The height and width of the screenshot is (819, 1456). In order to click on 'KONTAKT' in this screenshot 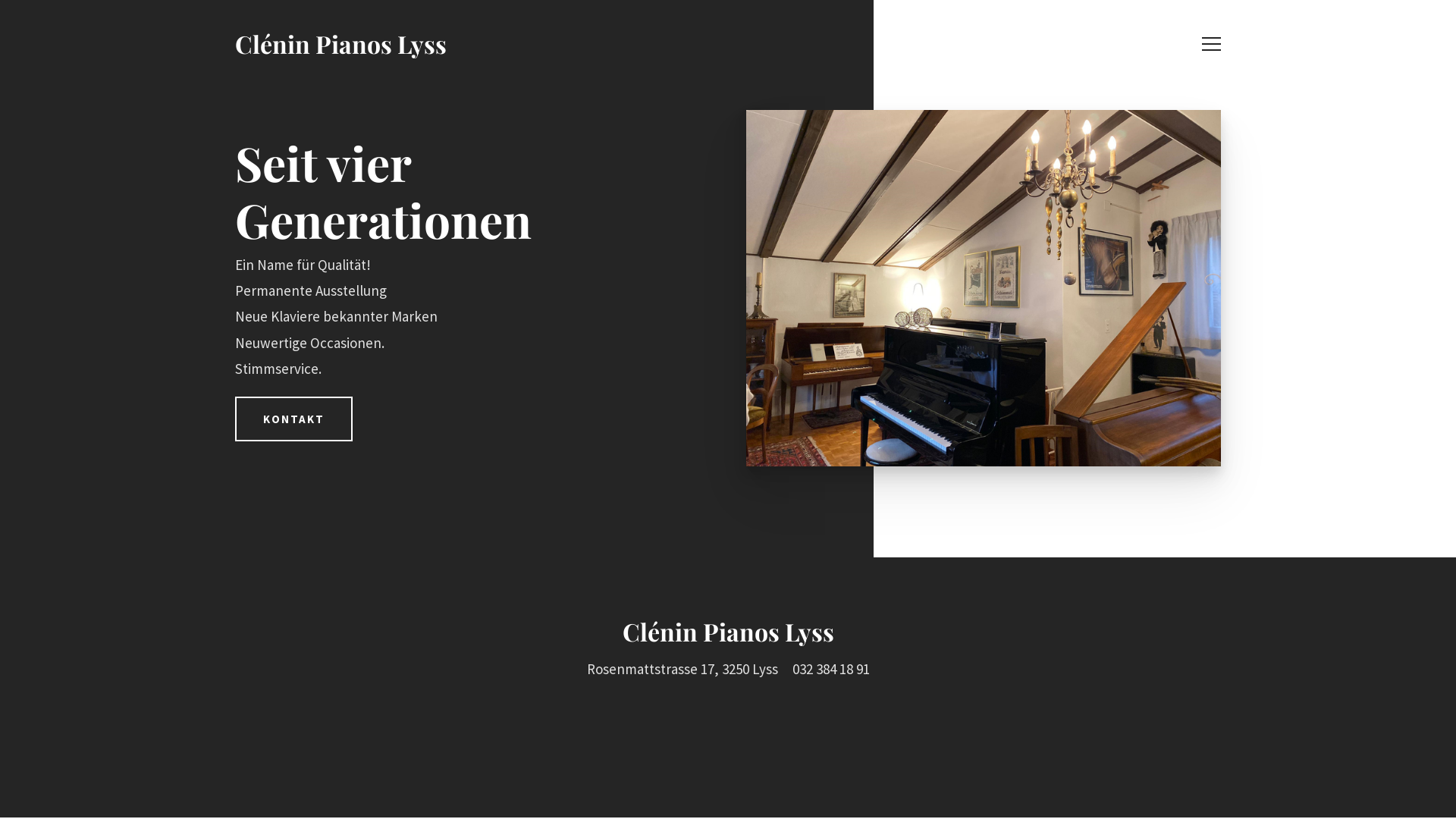, I will do `click(293, 419)`.